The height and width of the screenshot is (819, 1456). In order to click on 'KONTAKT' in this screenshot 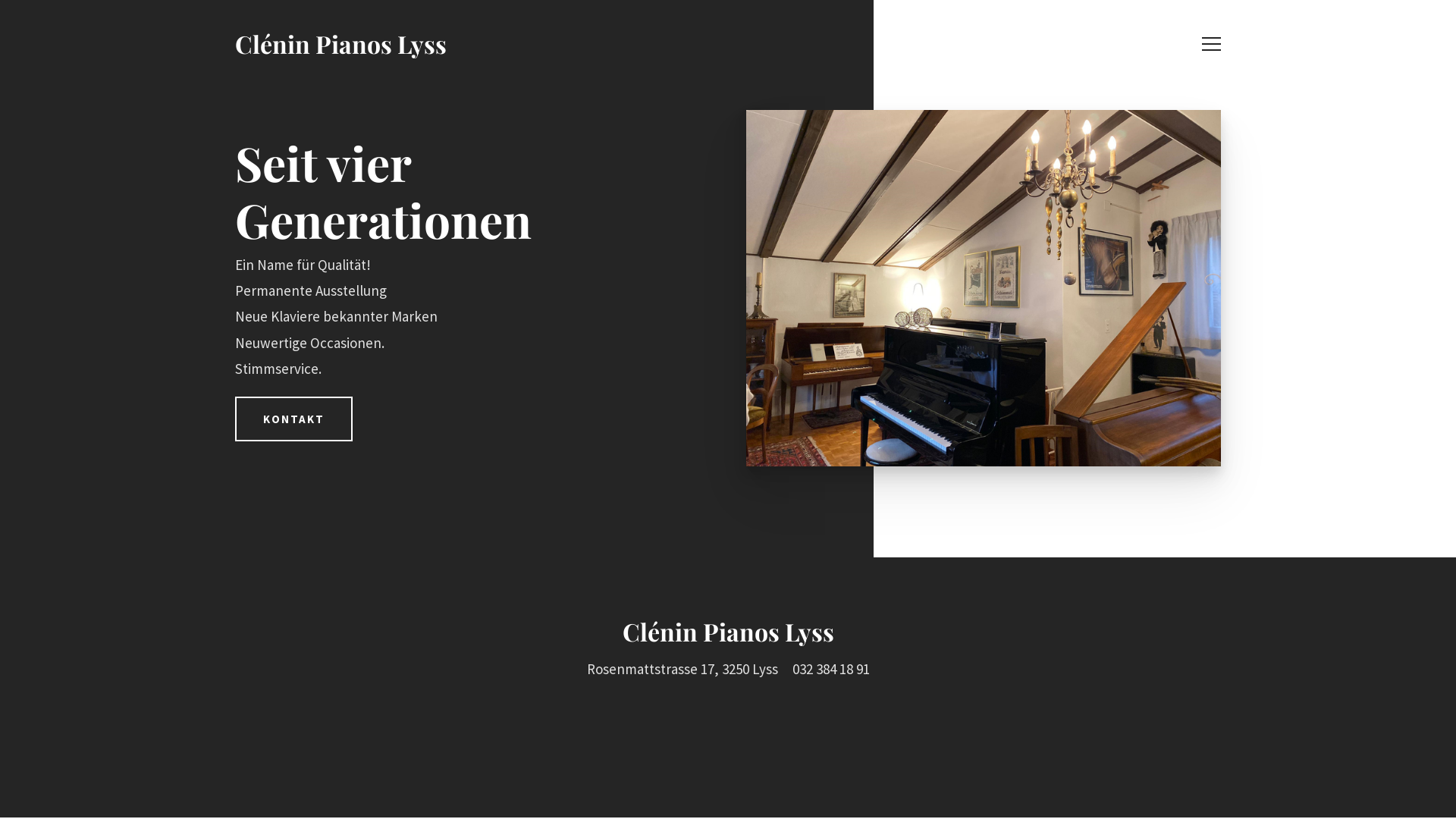, I will do `click(293, 419)`.